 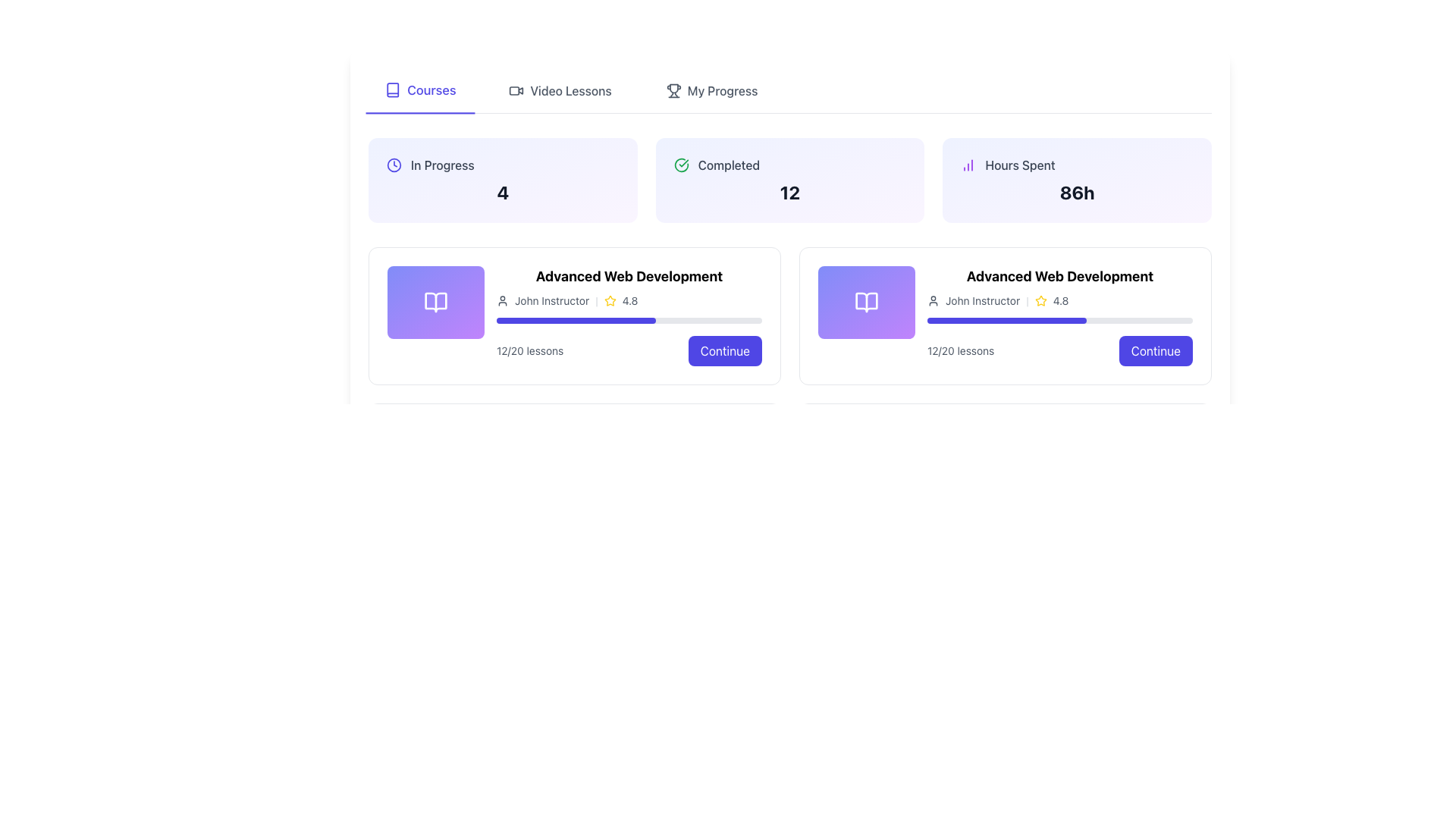 I want to click on the rating icon located on the right-hand side of the instructor's name and the rating number (4.8) within the course card for 'Advanced Web Development', so click(x=610, y=300).